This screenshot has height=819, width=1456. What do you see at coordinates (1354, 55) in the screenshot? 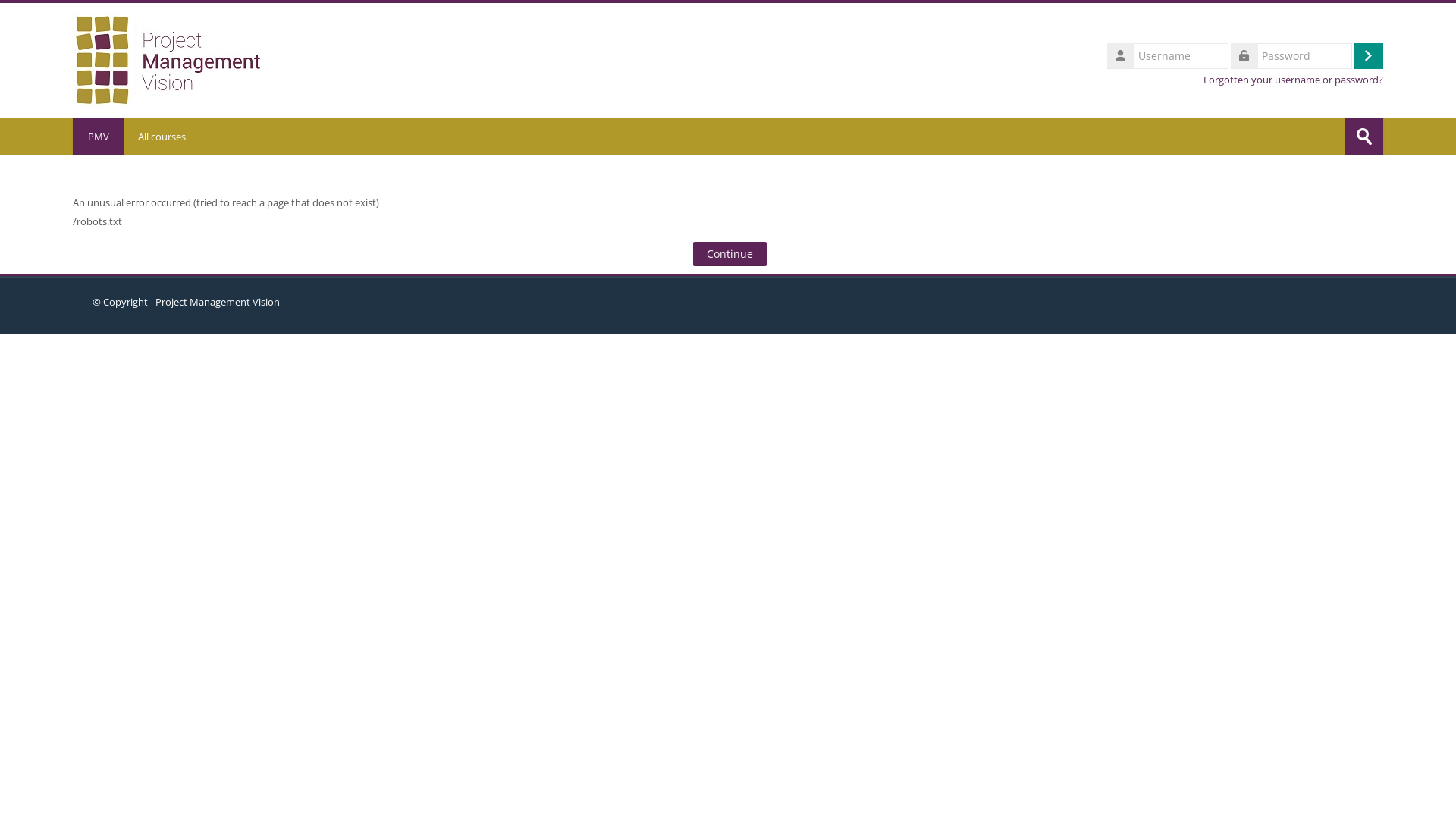
I see `'Log in'` at bounding box center [1354, 55].